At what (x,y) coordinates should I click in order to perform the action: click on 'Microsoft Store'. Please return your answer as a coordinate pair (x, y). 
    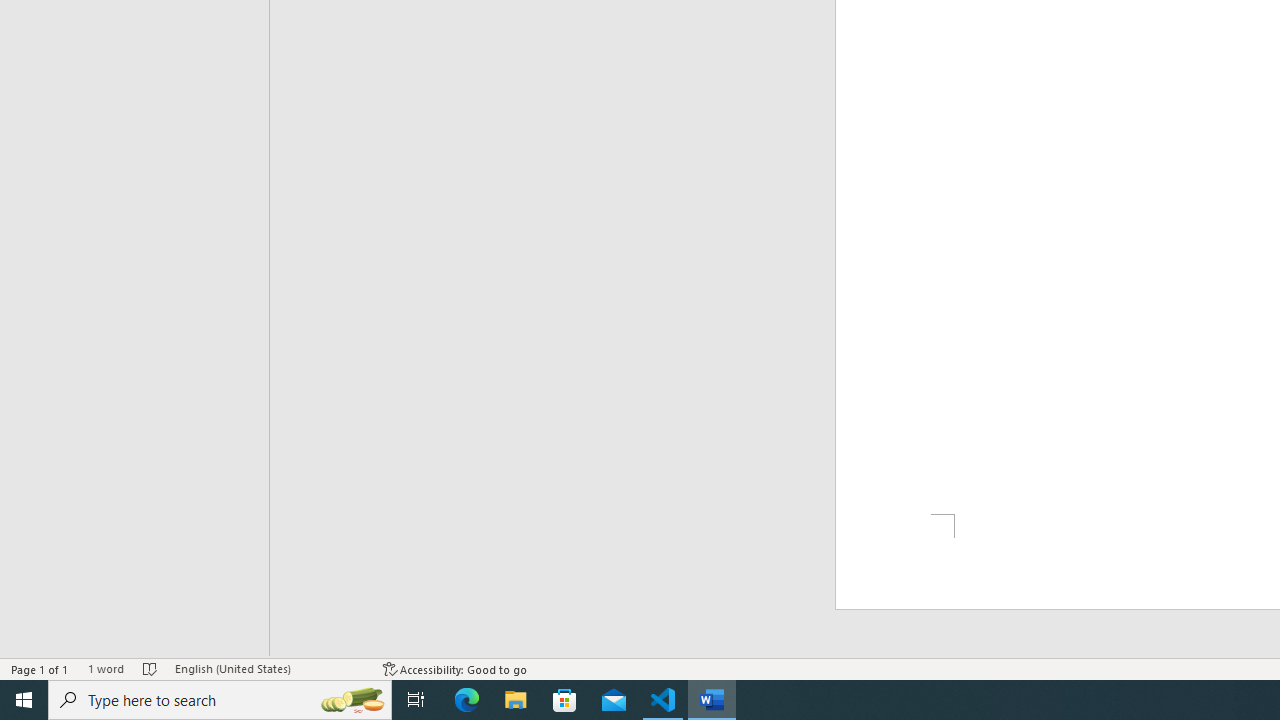
    Looking at the image, I should click on (564, 698).